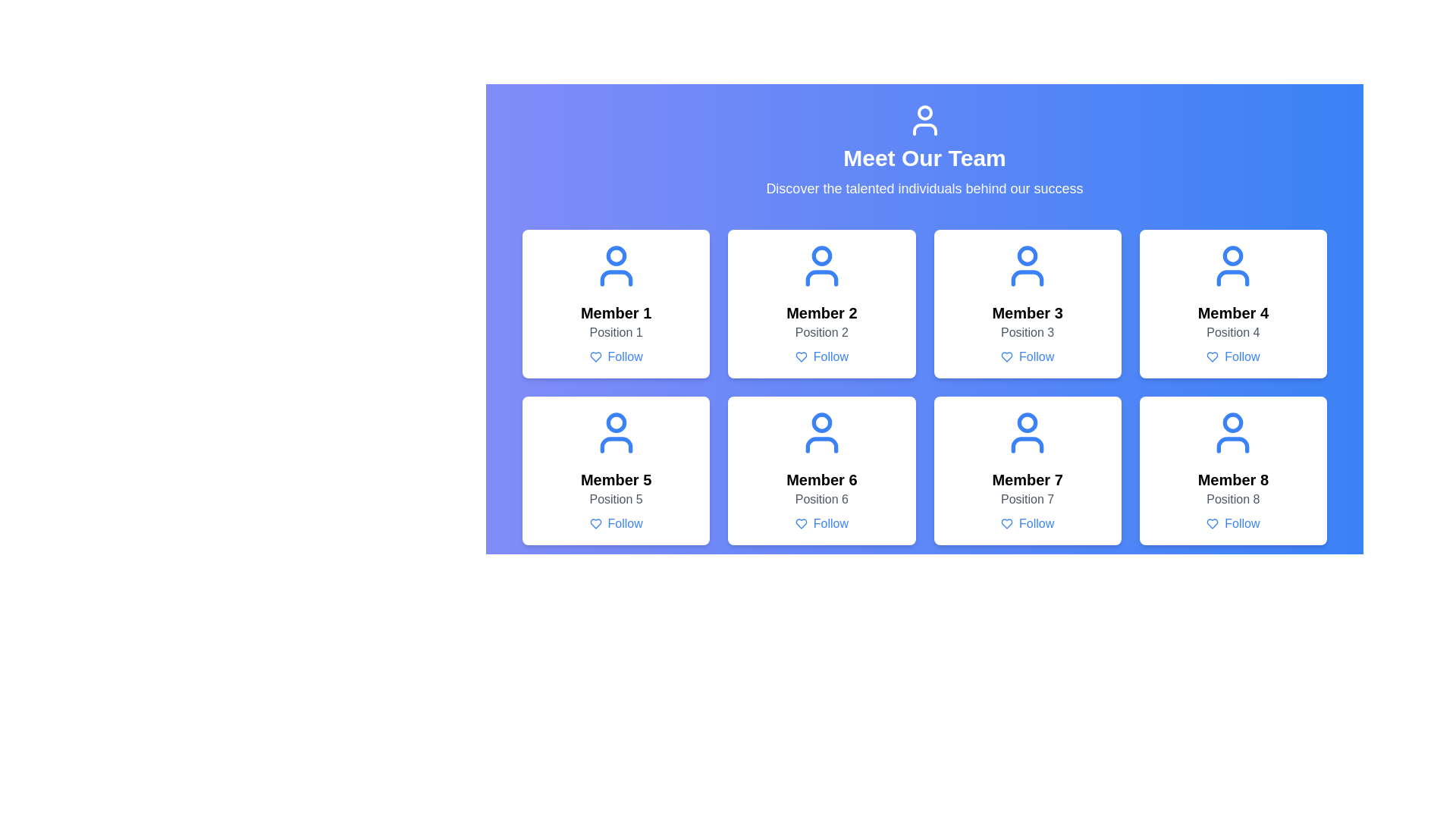  What do you see at coordinates (830, 522) in the screenshot?
I see `the 'Follow' text label in blue color located in the sixth user profile card, positioned beneath a heart-shaped icon, to initiate the follow action` at bounding box center [830, 522].